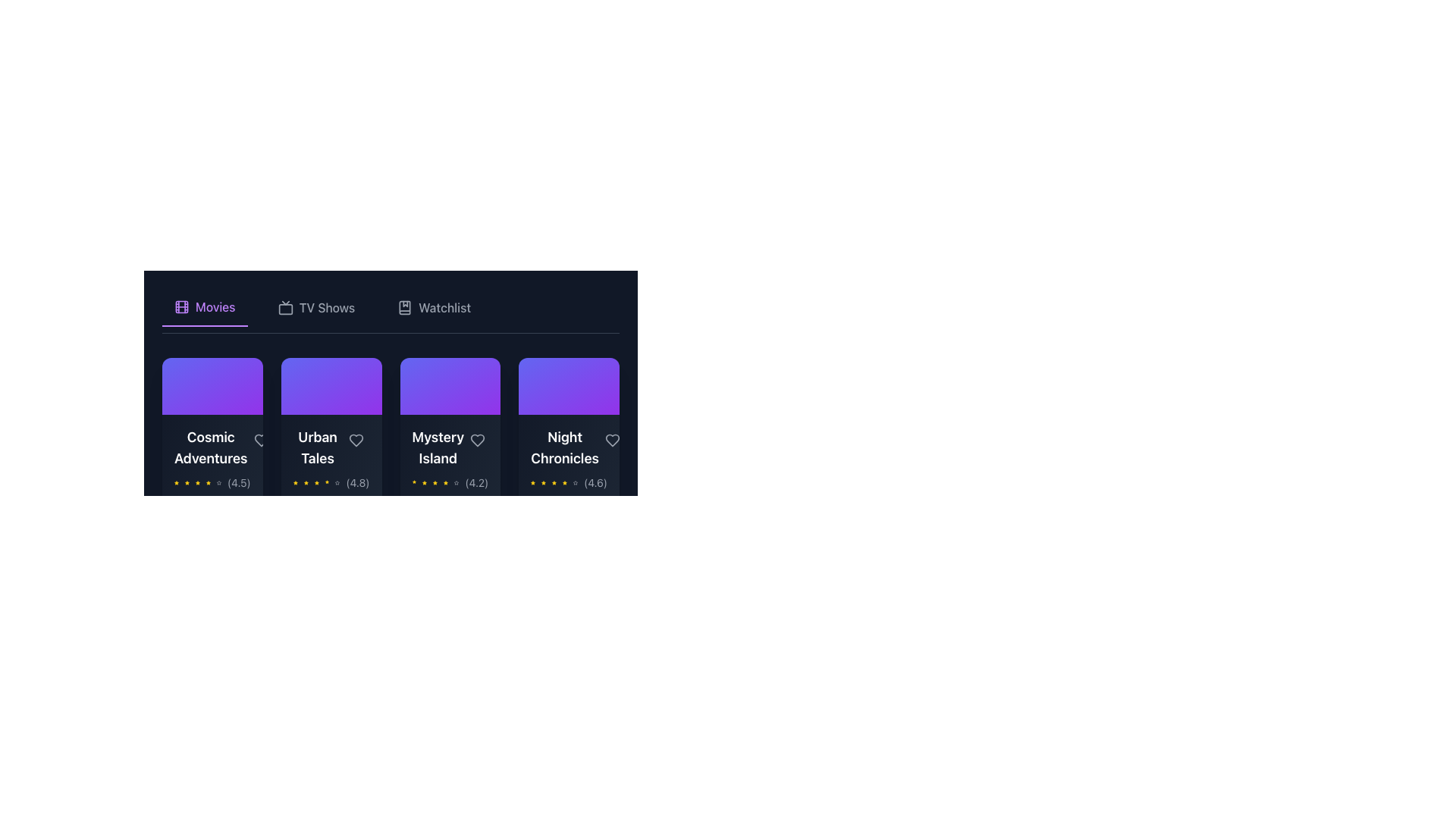  What do you see at coordinates (261, 440) in the screenshot?
I see `the heart-shaped SVG icon button located at the bottom right area of the 'Cosmic Adventures' movie card` at bounding box center [261, 440].